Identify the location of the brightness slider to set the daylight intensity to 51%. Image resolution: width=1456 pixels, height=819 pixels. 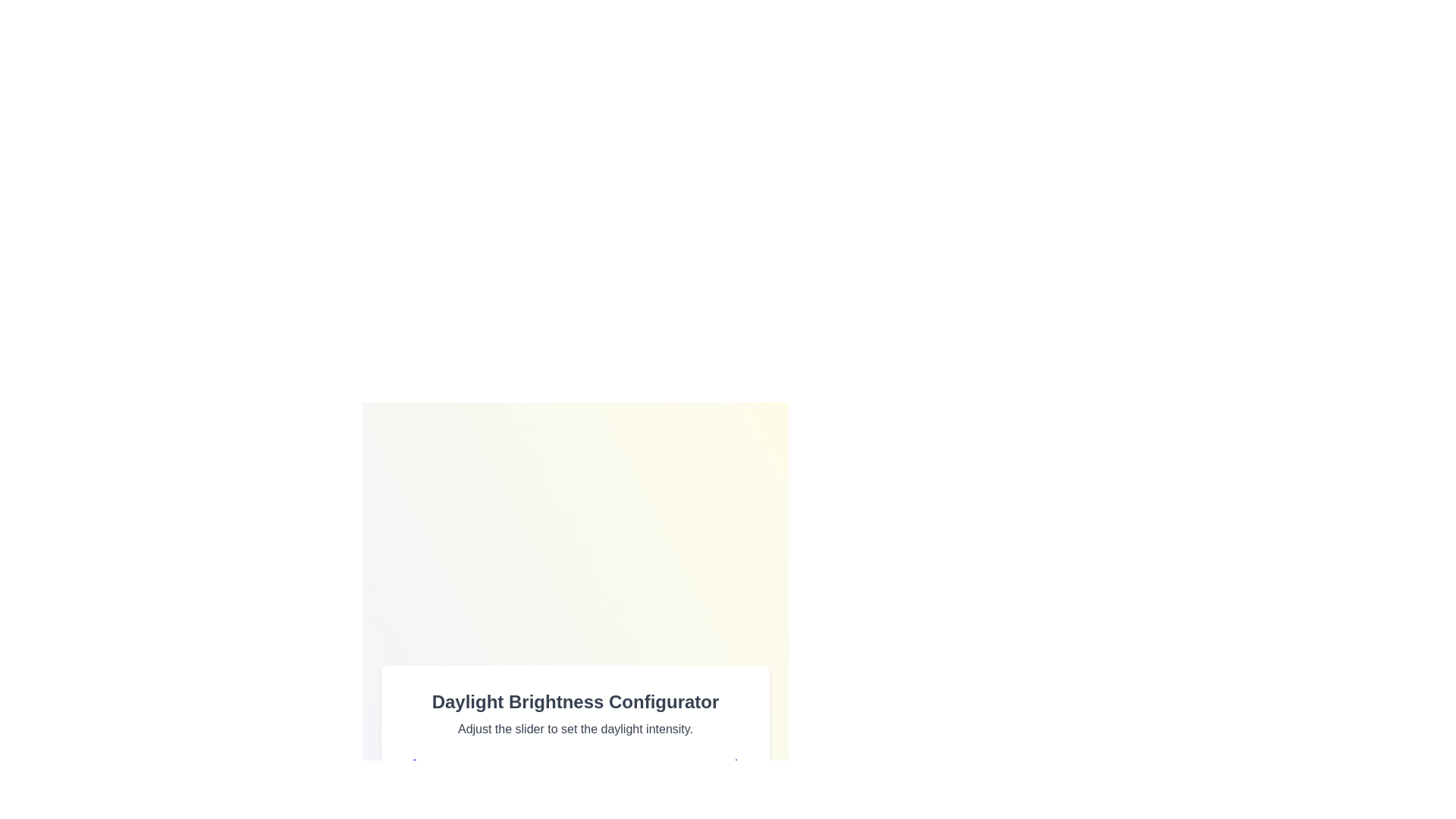
(578, 800).